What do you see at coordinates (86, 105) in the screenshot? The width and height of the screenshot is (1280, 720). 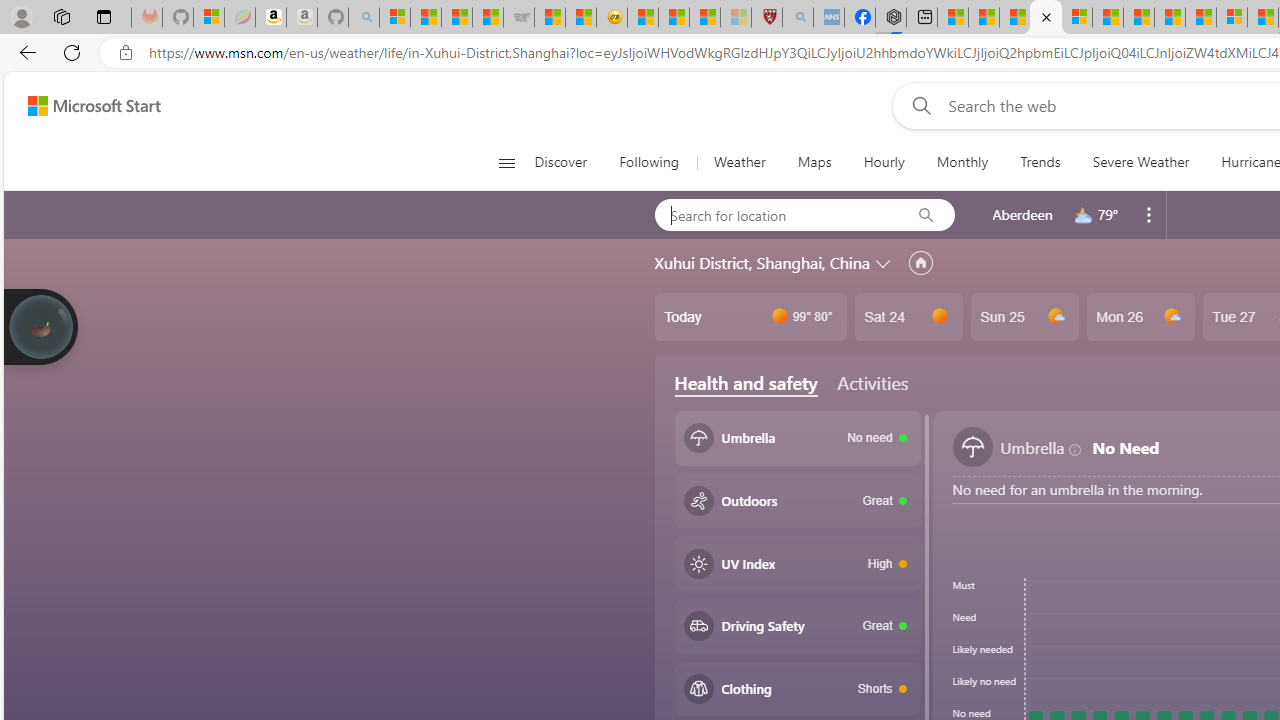 I see `'Skip to content'` at bounding box center [86, 105].